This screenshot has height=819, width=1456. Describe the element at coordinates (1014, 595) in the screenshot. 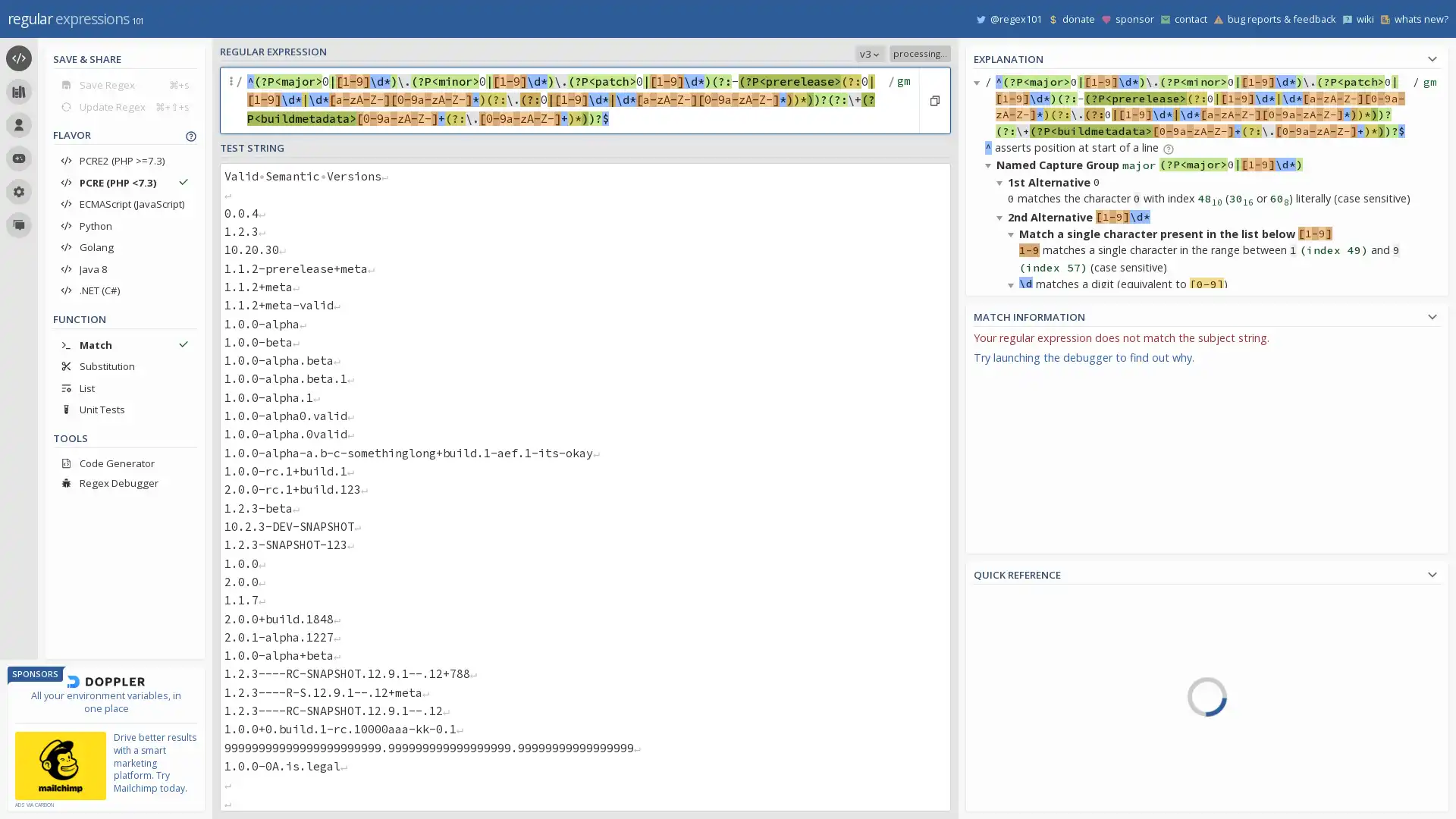

I see `Match 3` at that location.